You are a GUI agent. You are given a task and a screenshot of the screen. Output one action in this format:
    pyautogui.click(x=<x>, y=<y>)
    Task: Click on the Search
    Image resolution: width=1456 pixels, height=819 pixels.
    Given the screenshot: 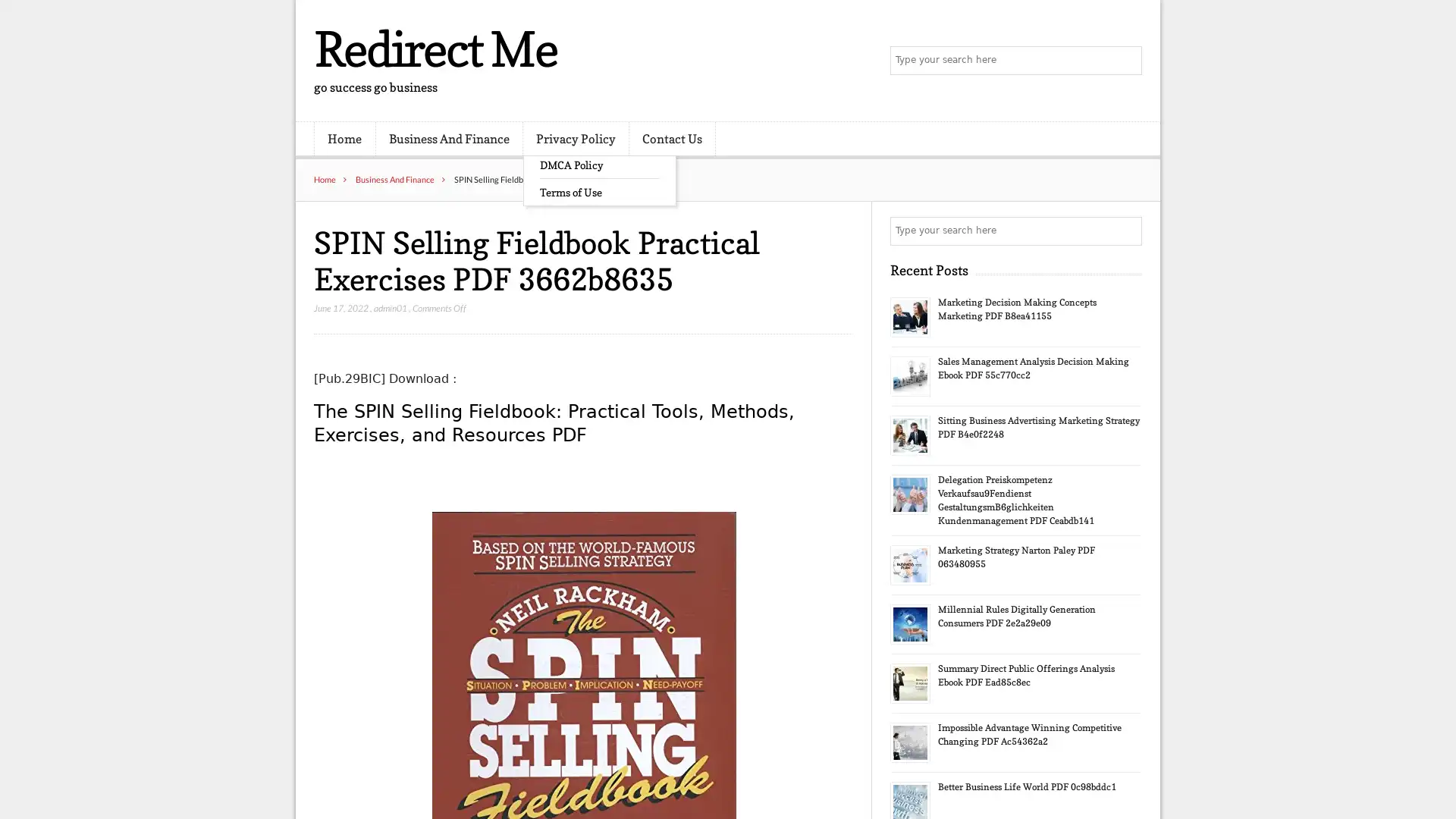 What is the action you would take?
    pyautogui.click(x=1126, y=231)
    